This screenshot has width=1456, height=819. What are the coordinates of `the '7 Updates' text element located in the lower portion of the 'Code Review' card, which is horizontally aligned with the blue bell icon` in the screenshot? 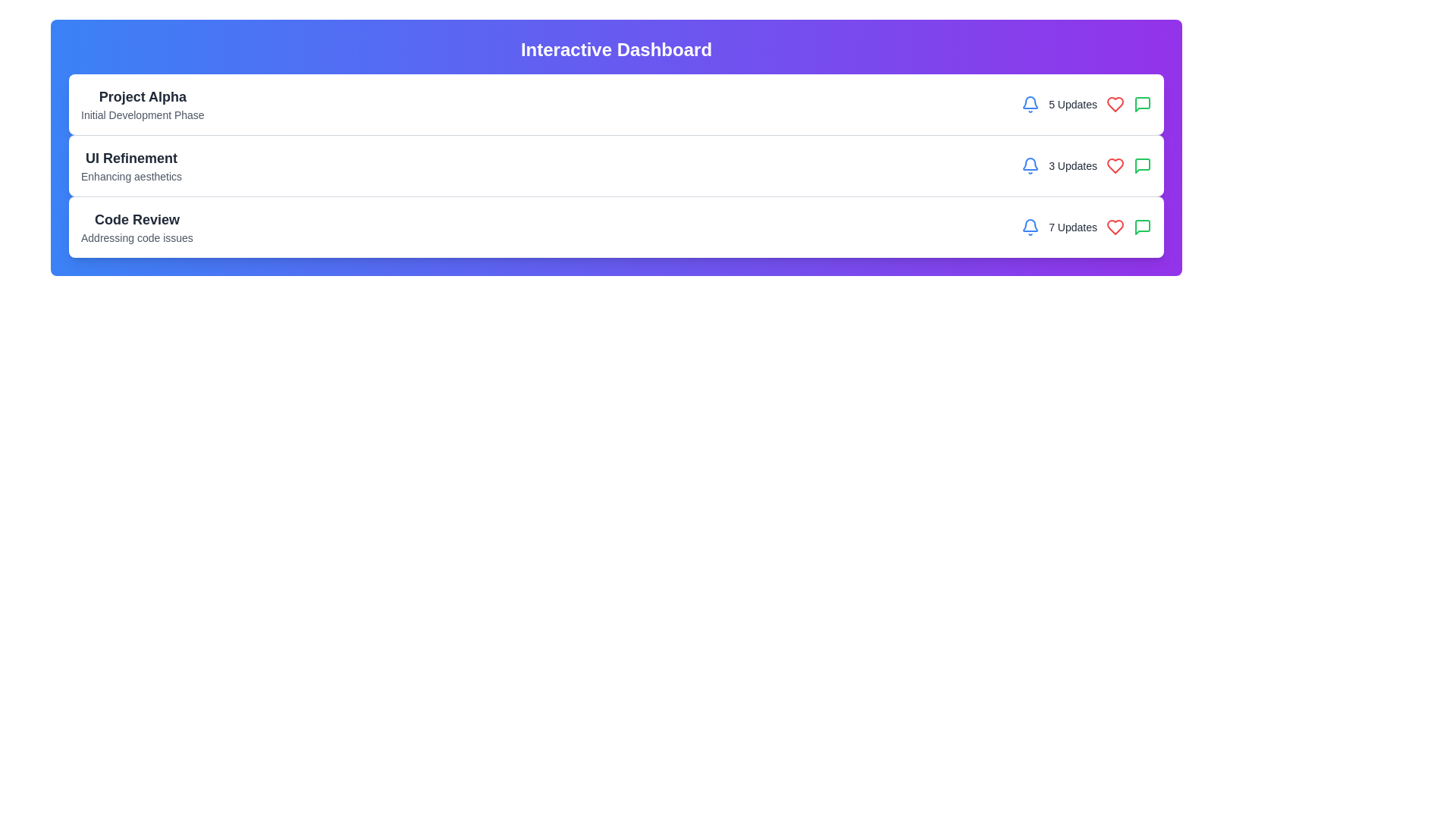 It's located at (1086, 227).